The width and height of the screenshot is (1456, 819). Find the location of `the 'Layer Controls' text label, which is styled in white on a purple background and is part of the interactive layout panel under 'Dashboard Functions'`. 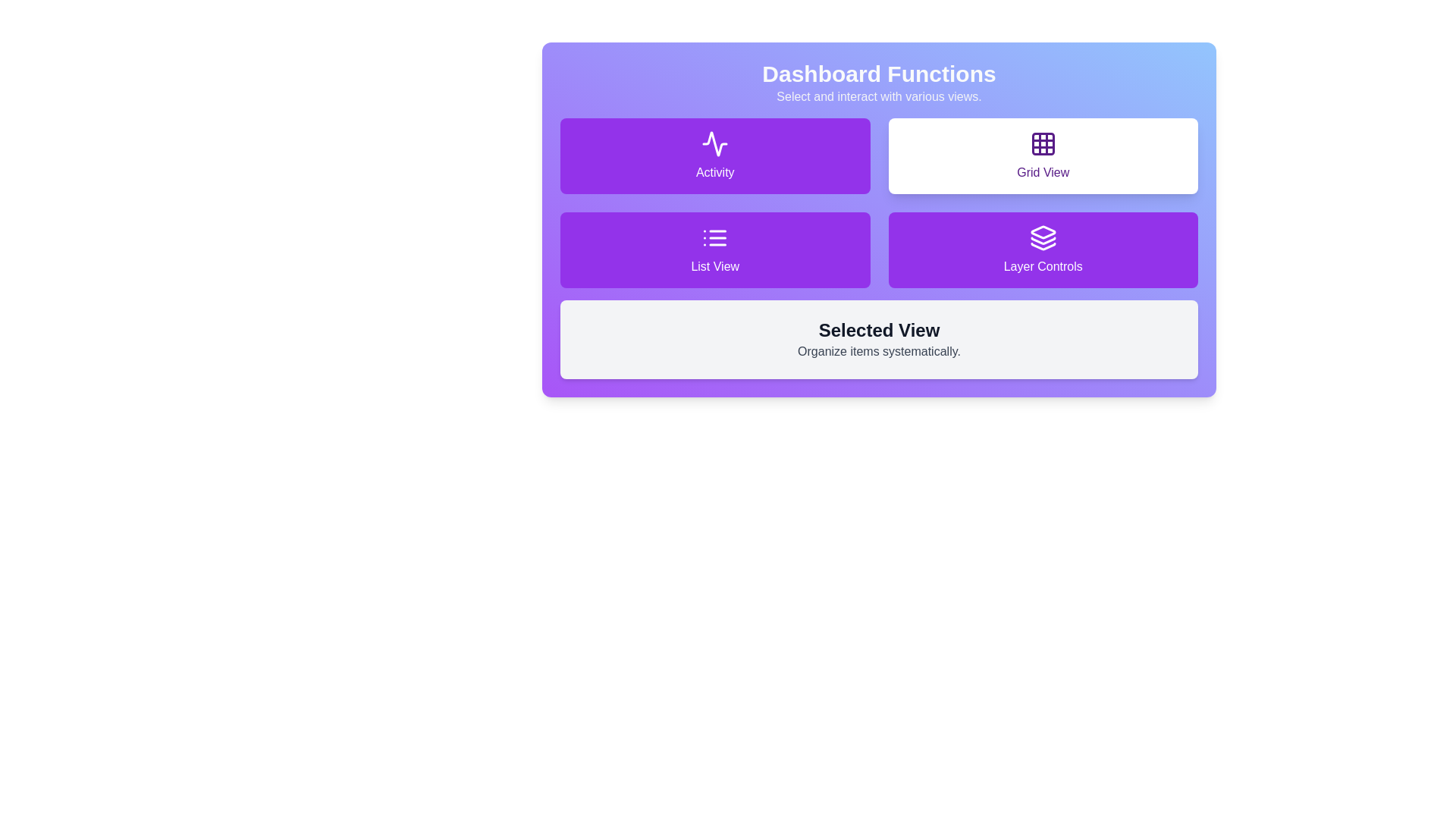

the 'Layer Controls' text label, which is styled in white on a purple background and is part of the interactive layout panel under 'Dashboard Functions' is located at coordinates (1042, 265).